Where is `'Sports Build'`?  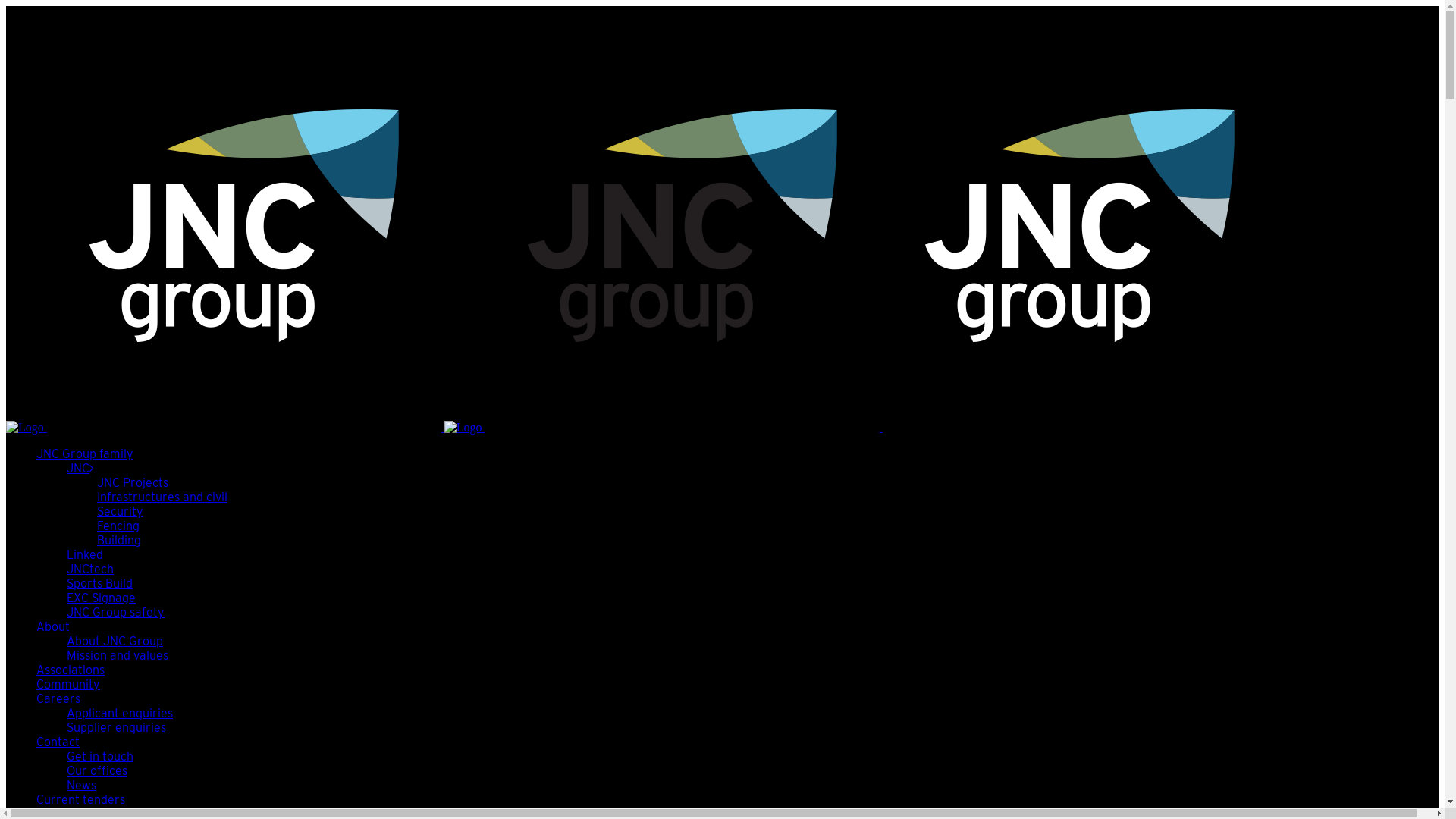
'Sports Build' is located at coordinates (99, 582).